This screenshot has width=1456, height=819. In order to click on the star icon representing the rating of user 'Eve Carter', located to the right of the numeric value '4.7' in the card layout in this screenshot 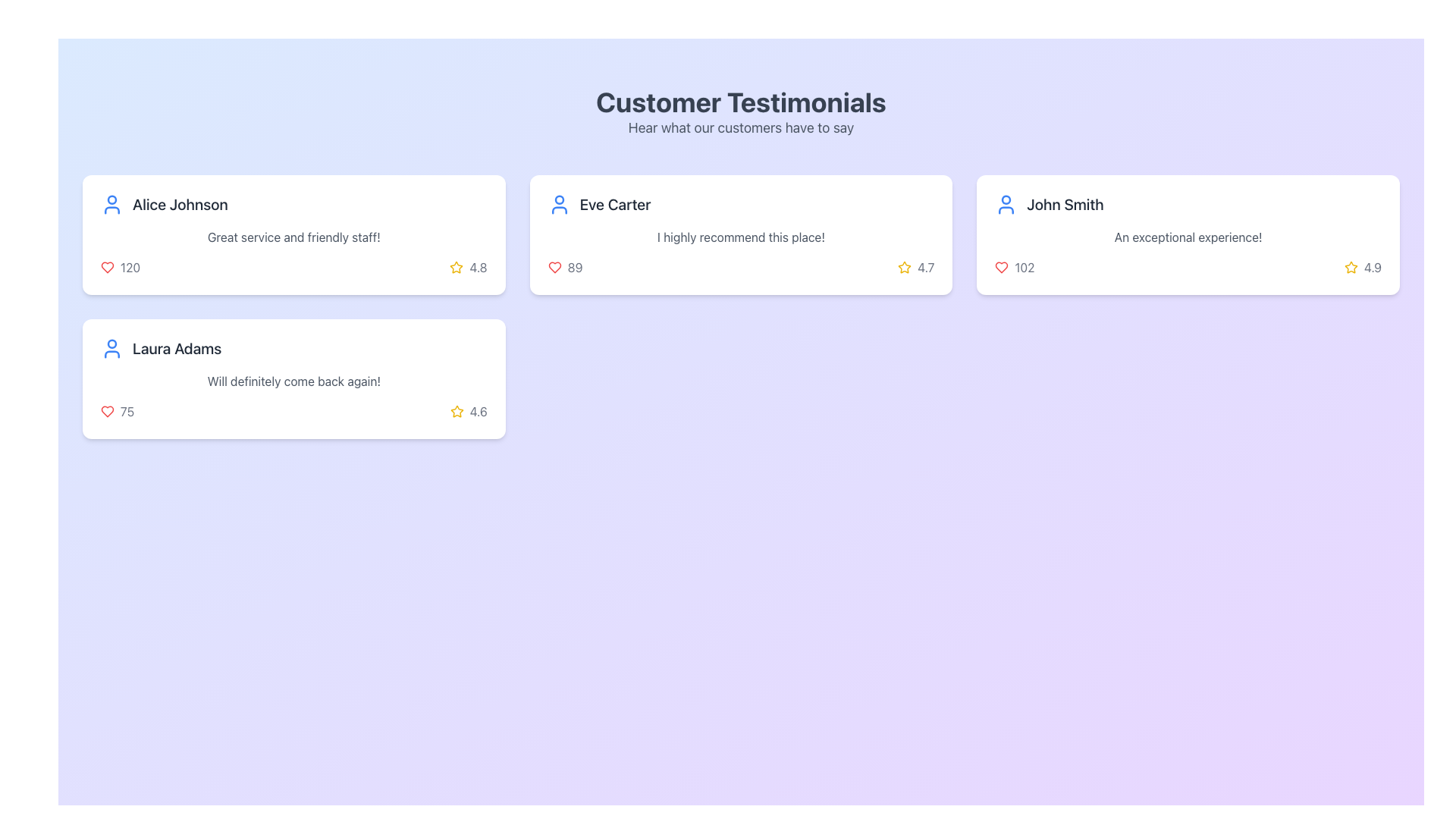, I will do `click(905, 266)`.